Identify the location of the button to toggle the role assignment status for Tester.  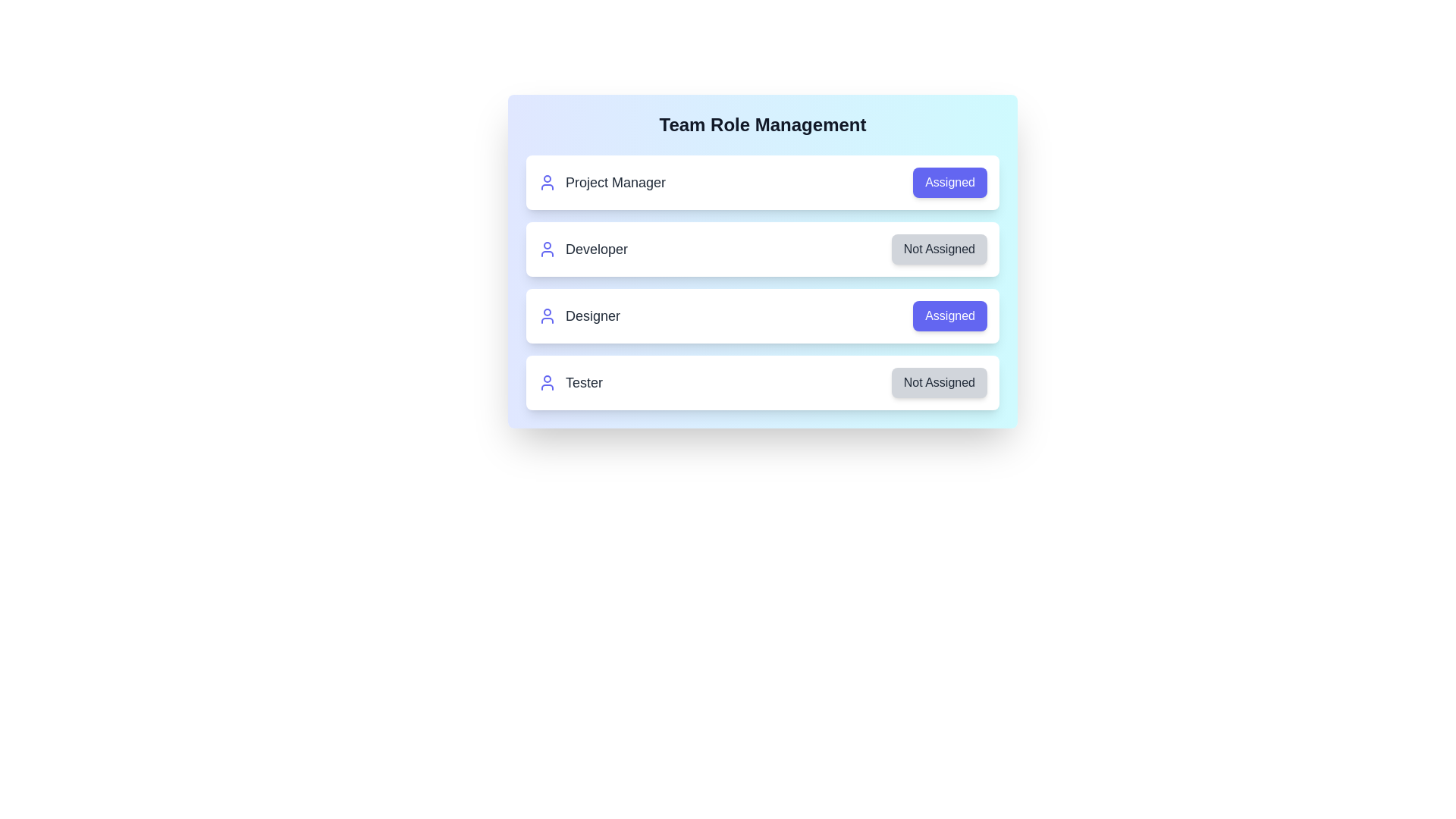
(938, 382).